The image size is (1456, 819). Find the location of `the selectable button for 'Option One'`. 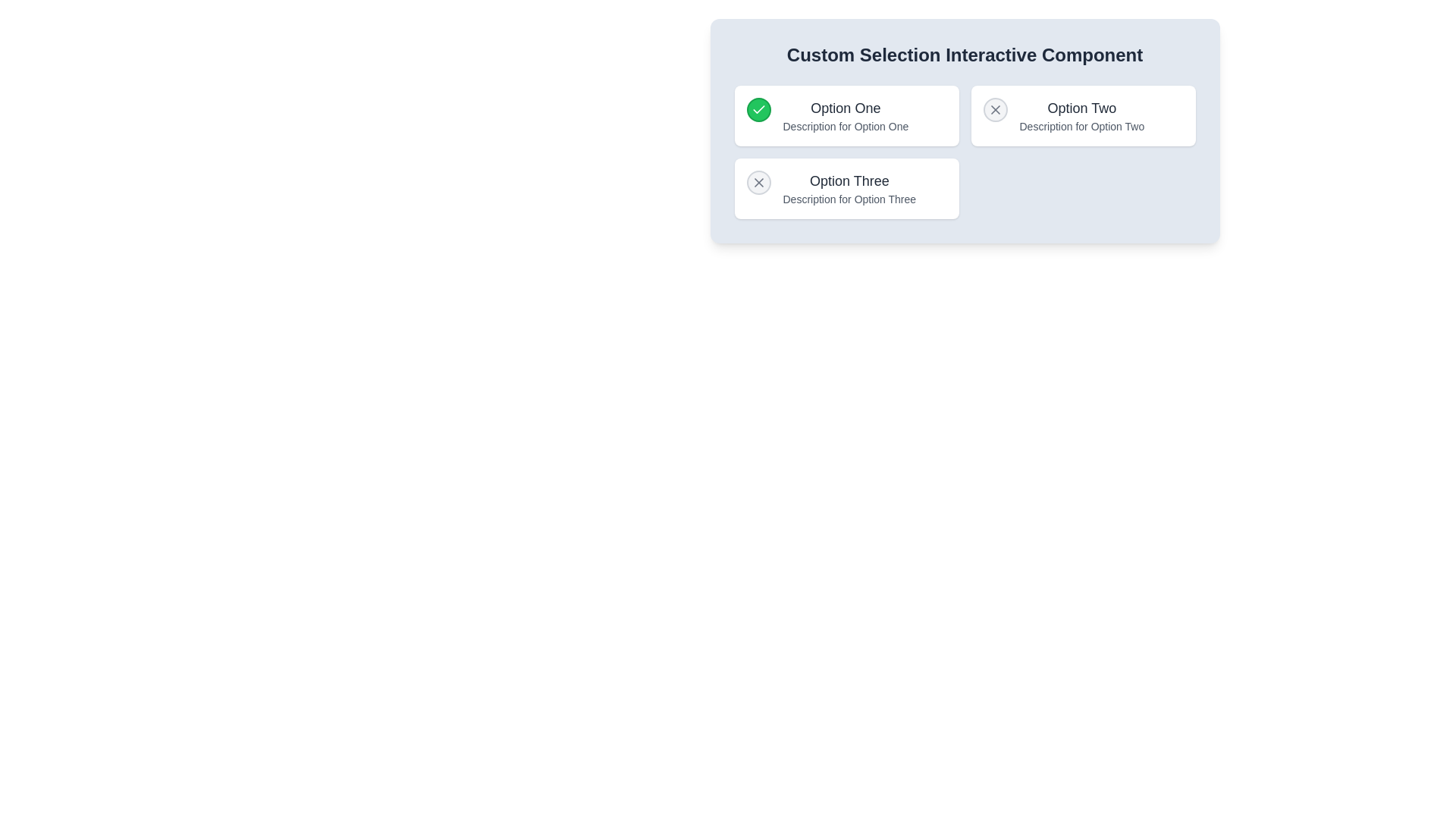

the selectable button for 'Option One' is located at coordinates (758, 109).